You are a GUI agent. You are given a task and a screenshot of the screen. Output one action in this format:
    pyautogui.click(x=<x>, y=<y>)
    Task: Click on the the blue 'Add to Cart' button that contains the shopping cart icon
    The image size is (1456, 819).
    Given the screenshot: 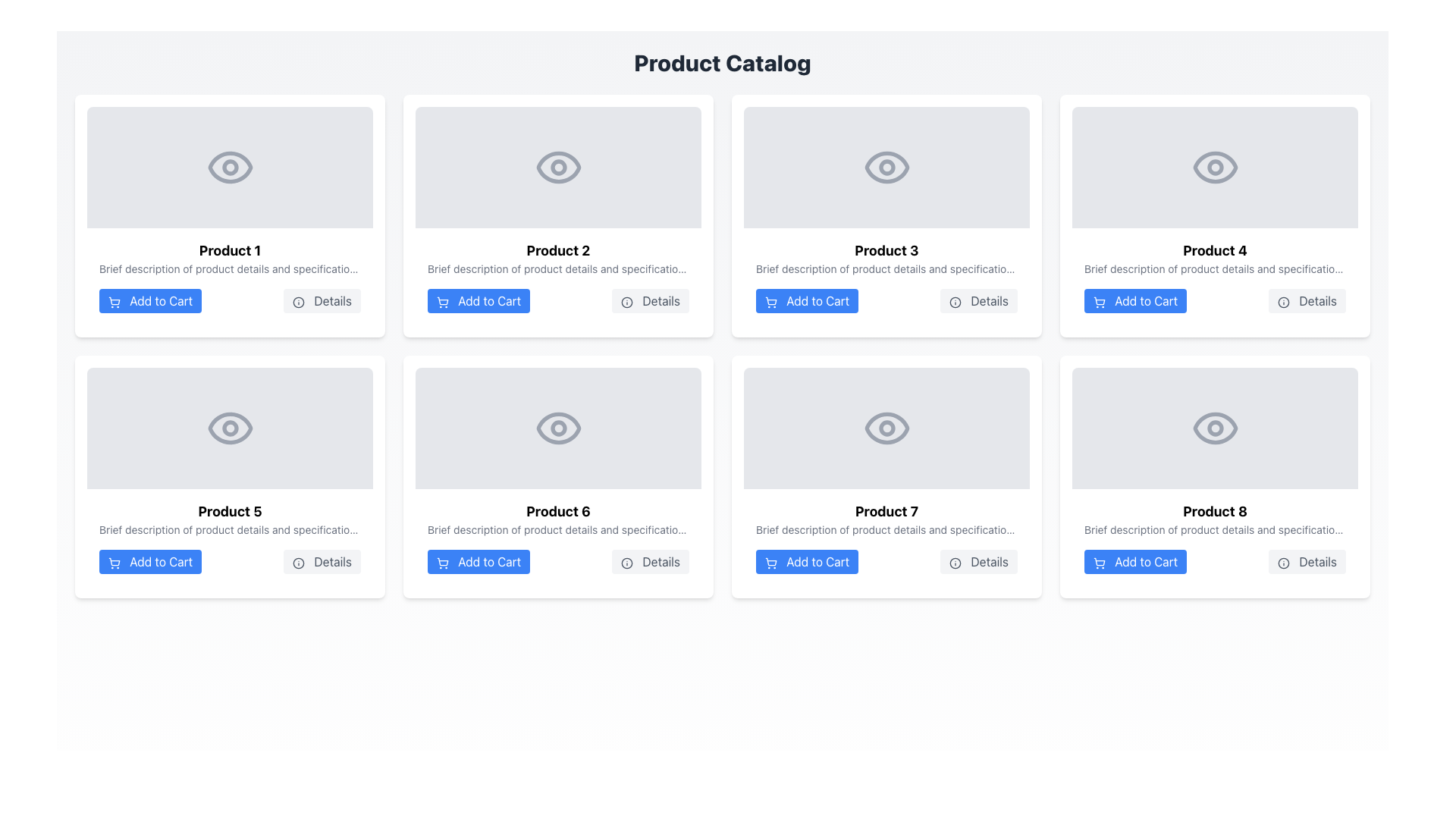 What is the action you would take?
    pyautogui.click(x=442, y=561)
    